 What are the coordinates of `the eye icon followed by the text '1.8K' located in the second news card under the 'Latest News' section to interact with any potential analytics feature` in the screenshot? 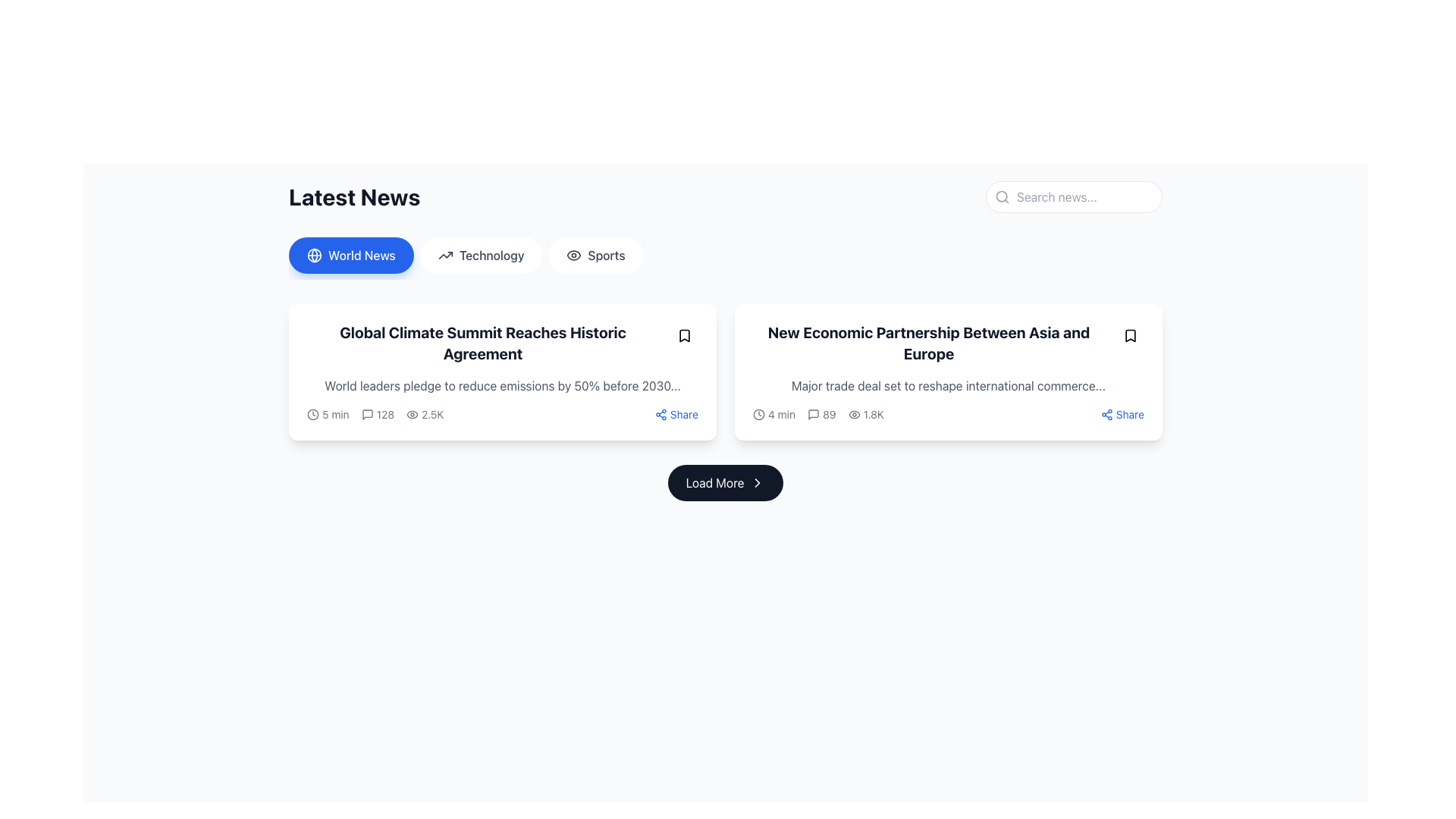 It's located at (866, 415).